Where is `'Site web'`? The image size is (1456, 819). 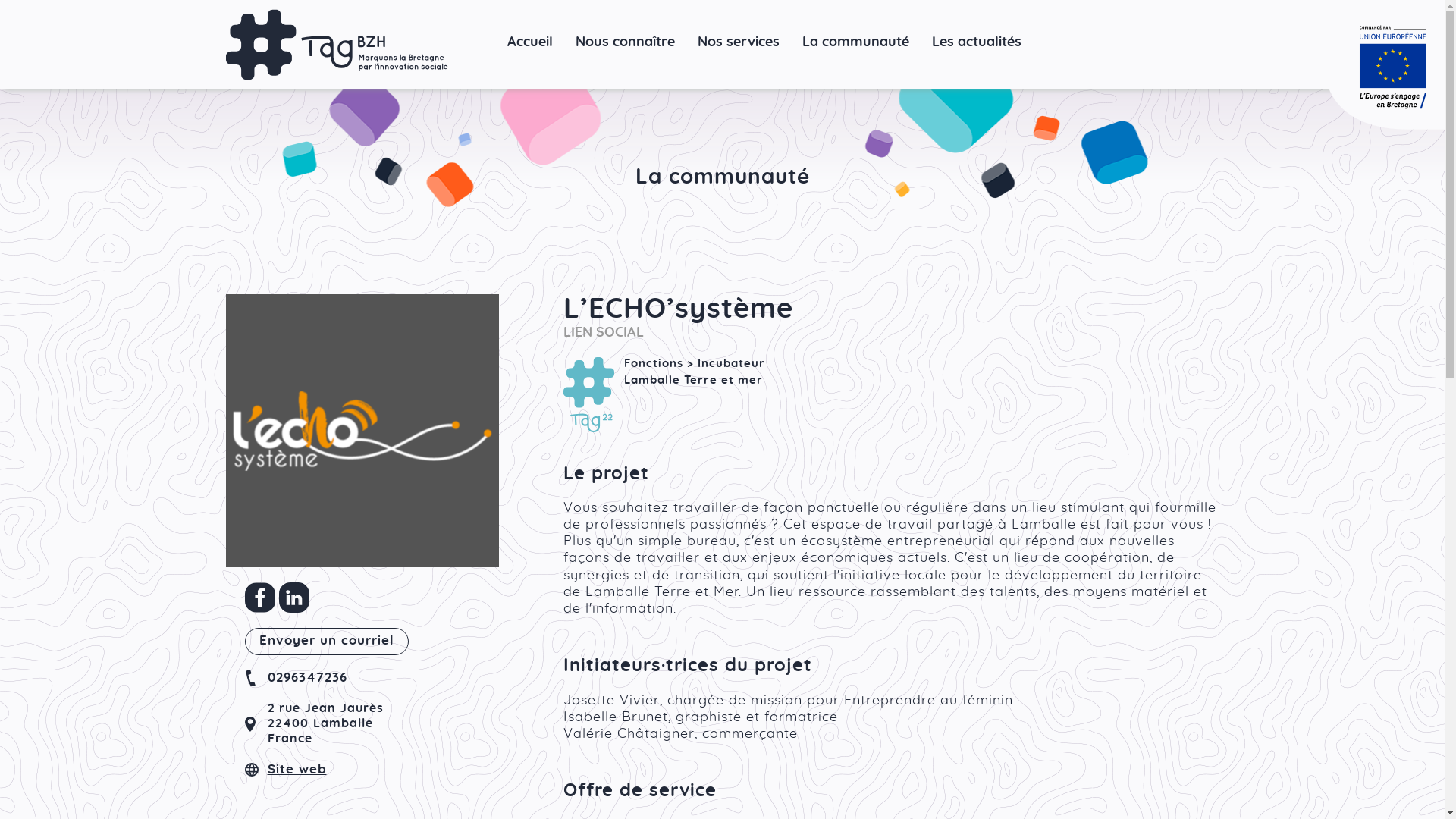
'Site web' is located at coordinates (266, 769).